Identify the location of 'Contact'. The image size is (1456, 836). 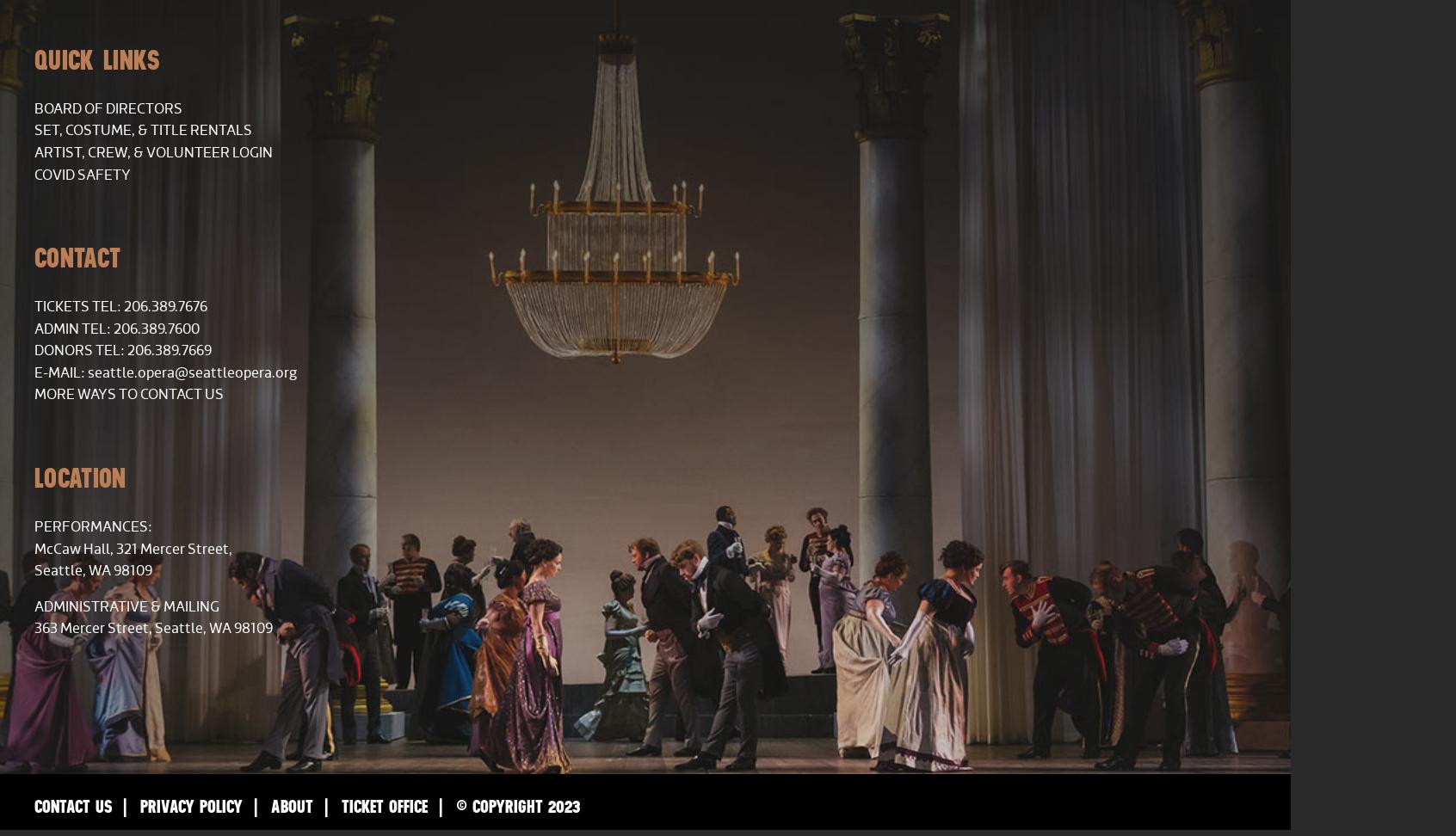
(77, 257).